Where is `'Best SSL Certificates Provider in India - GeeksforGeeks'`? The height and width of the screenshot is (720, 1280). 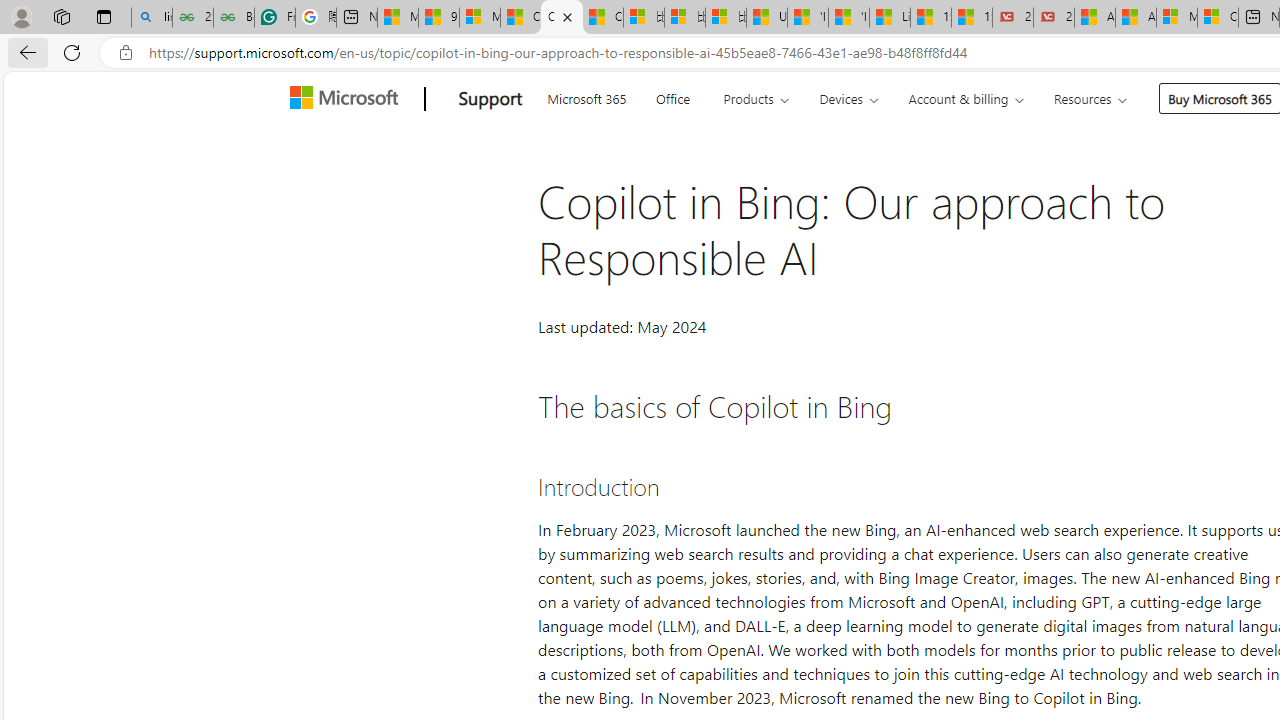 'Best SSL Certificates Provider in India - GeeksforGeeks' is located at coordinates (233, 17).